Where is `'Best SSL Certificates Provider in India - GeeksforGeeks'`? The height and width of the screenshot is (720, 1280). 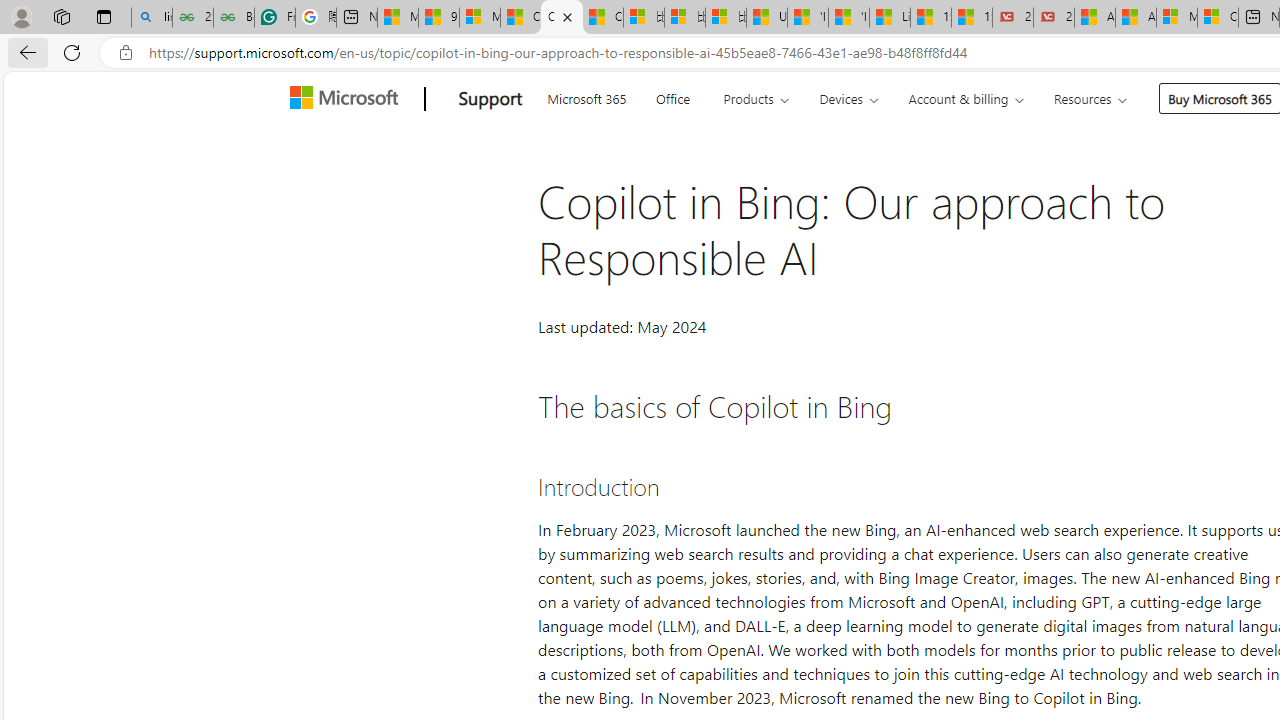 'Best SSL Certificates Provider in India - GeeksforGeeks' is located at coordinates (233, 17).